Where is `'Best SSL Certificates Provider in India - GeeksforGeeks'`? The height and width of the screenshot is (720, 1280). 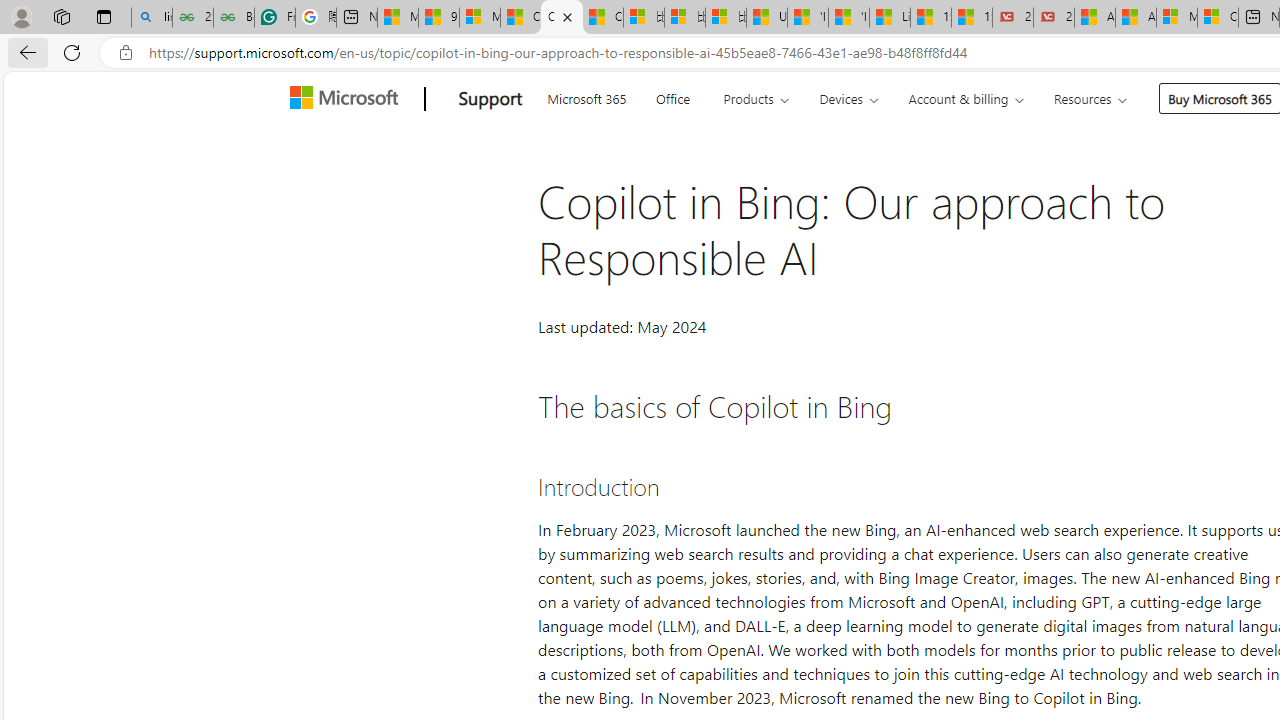 'Best SSL Certificates Provider in India - GeeksforGeeks' is located at coordinates (233, 17).